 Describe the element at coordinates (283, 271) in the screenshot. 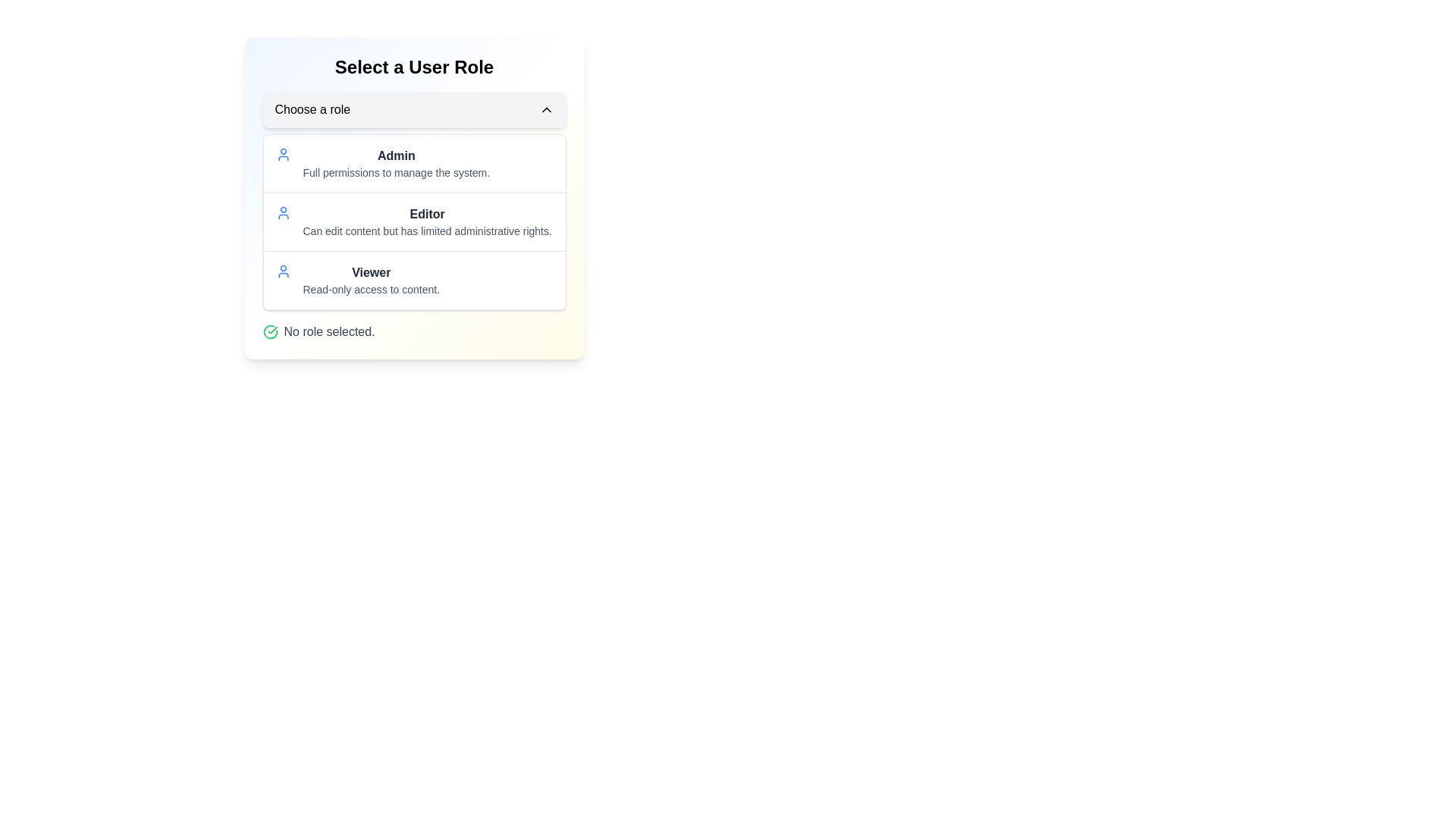

I see `user silhouette icon located to the left of the 'Viewer' text in the 'Select a User Role' section` at that location.